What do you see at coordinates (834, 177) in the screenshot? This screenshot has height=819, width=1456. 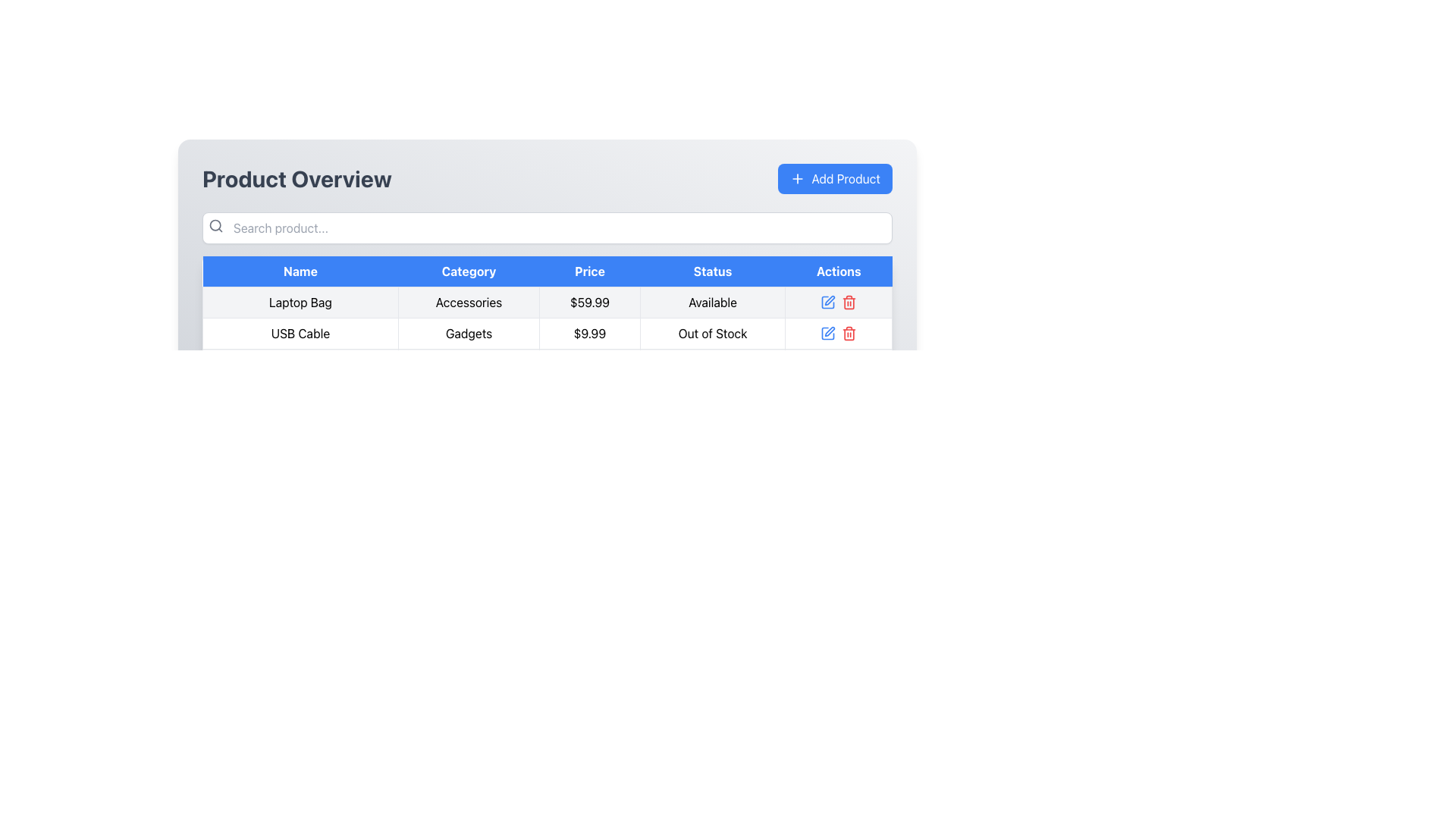 I see `the 'Add Product' button, which has a blue background and white text` at bounding box center [834, 177].